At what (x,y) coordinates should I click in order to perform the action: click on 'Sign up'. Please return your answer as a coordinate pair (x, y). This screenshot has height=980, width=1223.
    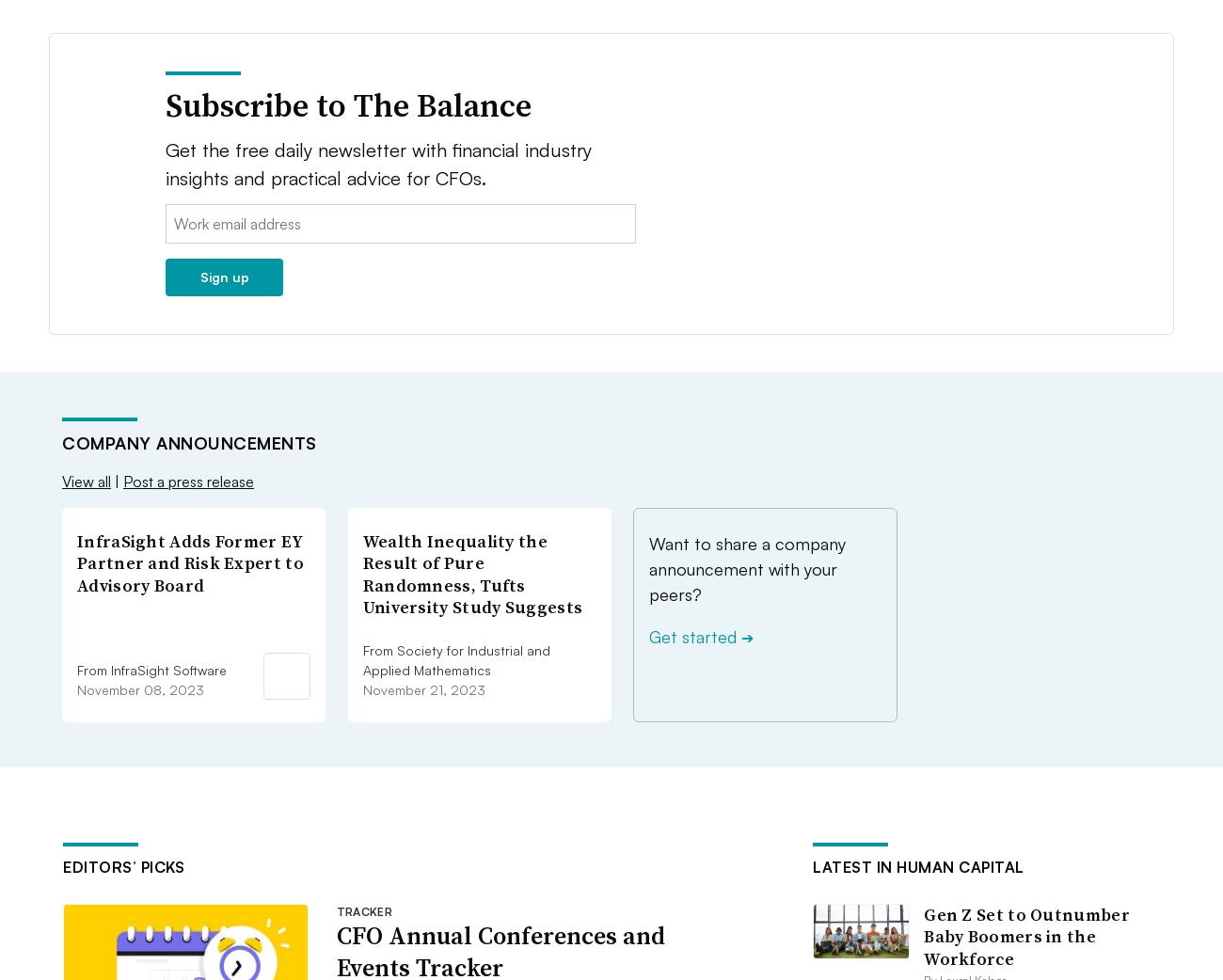
    Looking at the image, I should click on (223, 276).